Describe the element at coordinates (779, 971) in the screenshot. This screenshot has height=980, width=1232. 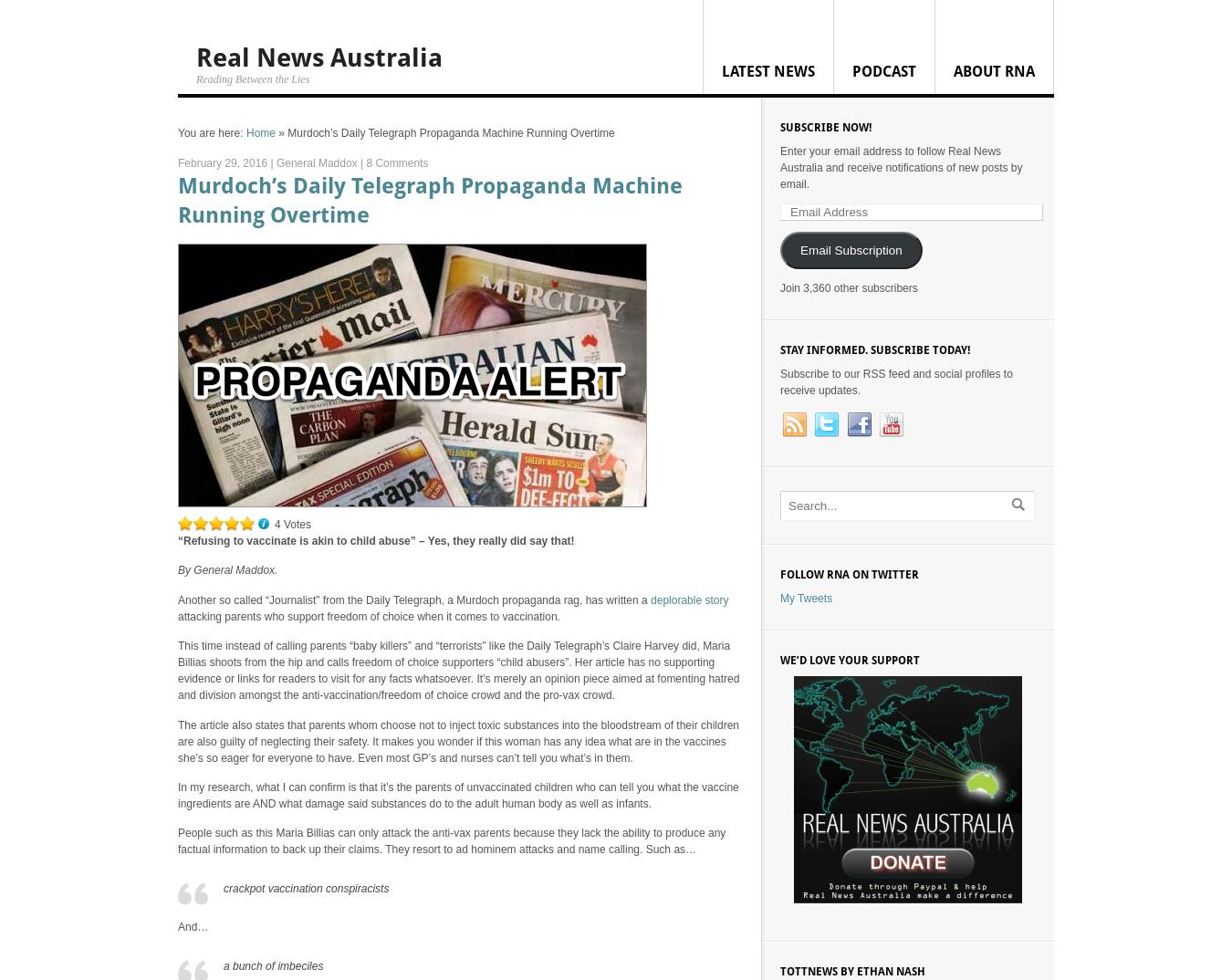
I see `'TOTTnews by Ethan Nash'` at that location.